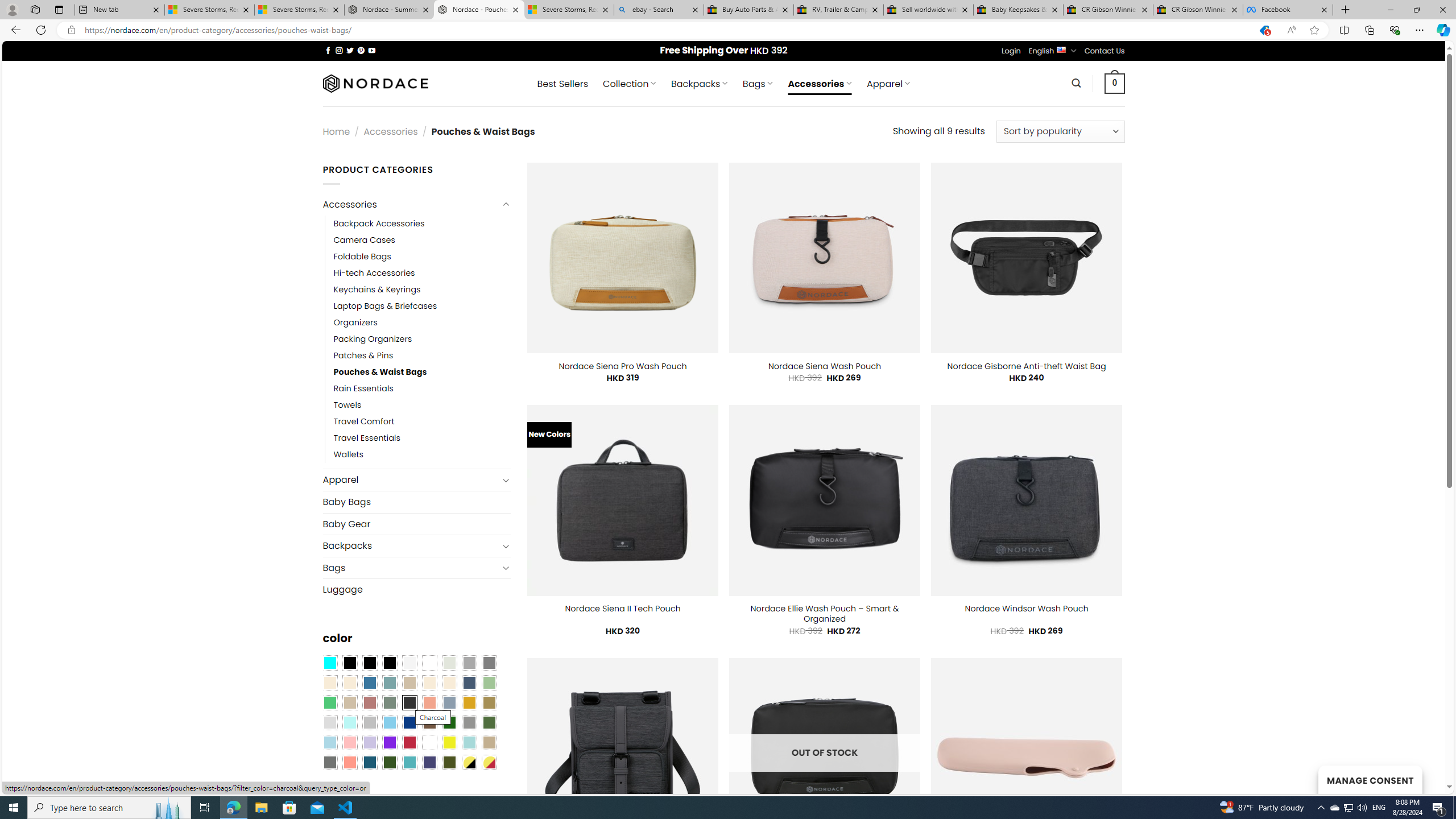  What do you see at coordinates (366, 438) in the screenshot?
I see `'Travel Essentials'` at bounding box center [366, 438].